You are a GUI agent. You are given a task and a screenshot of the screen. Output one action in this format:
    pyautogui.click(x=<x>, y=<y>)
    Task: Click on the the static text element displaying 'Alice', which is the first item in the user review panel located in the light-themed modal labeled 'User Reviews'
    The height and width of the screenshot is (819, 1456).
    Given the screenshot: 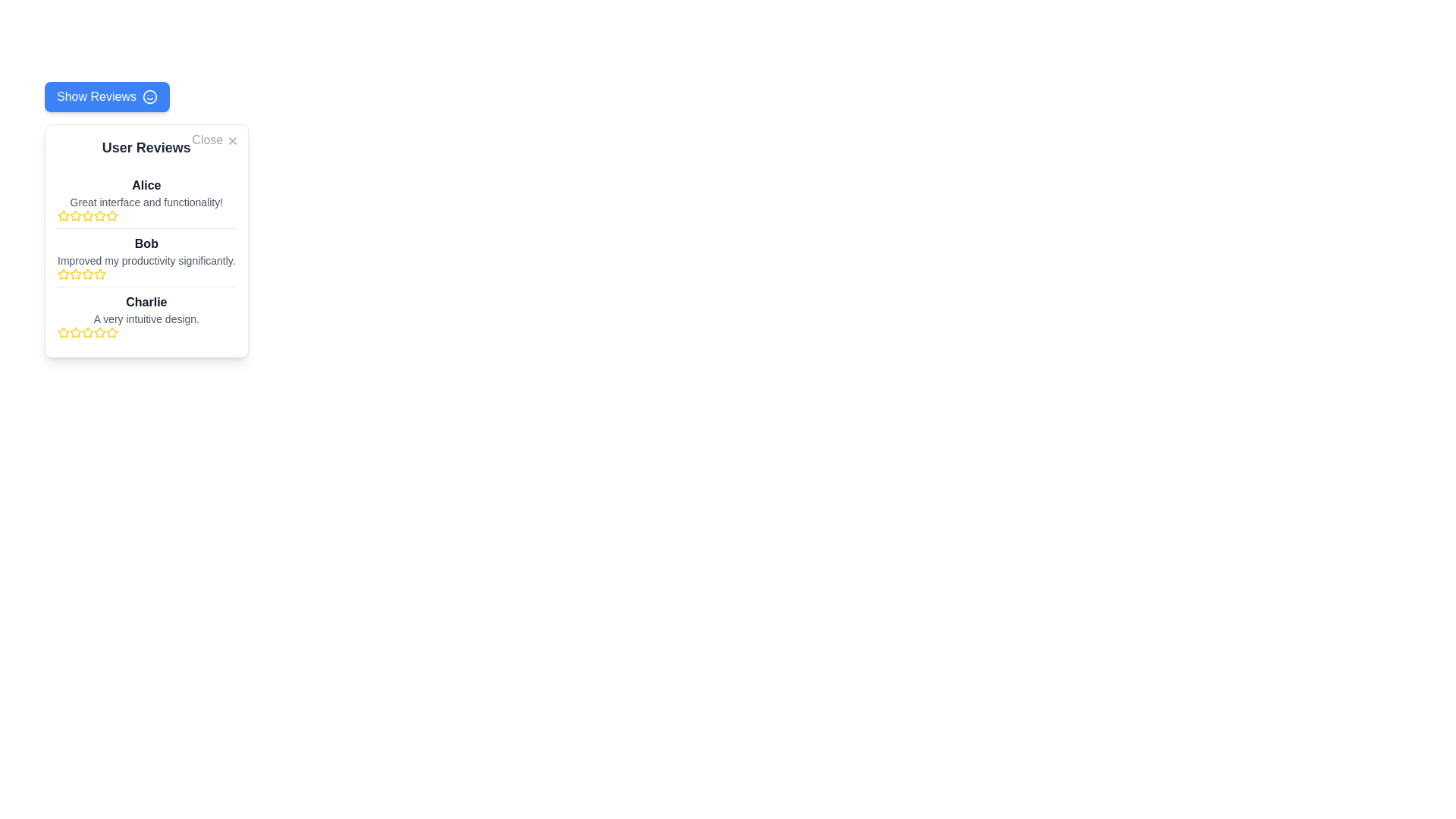 What is the action you would take?
    pyautogui.click(x=146, y=184)
    